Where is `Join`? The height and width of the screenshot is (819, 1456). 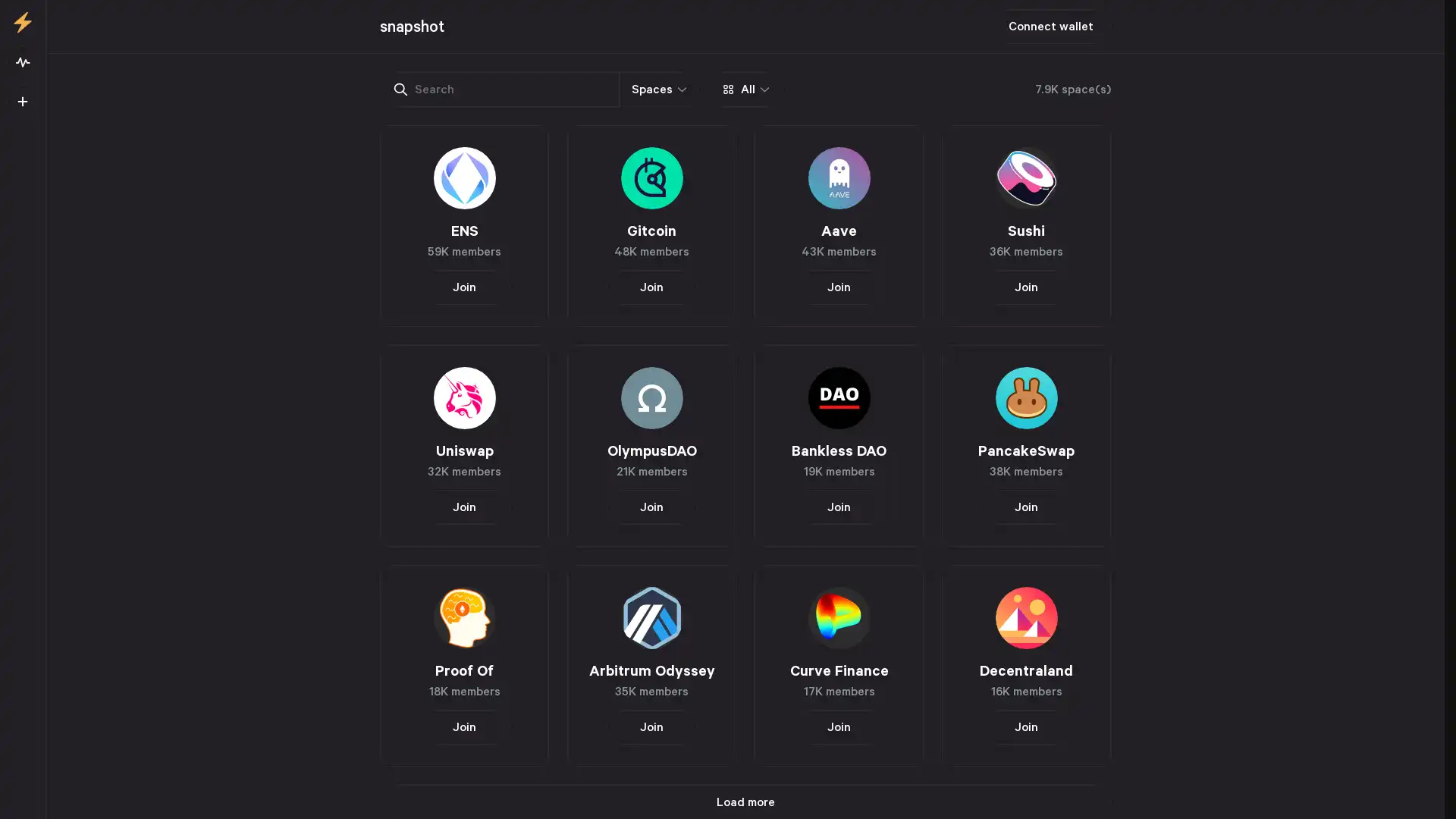
Join is located at coordinates (1026, 287).